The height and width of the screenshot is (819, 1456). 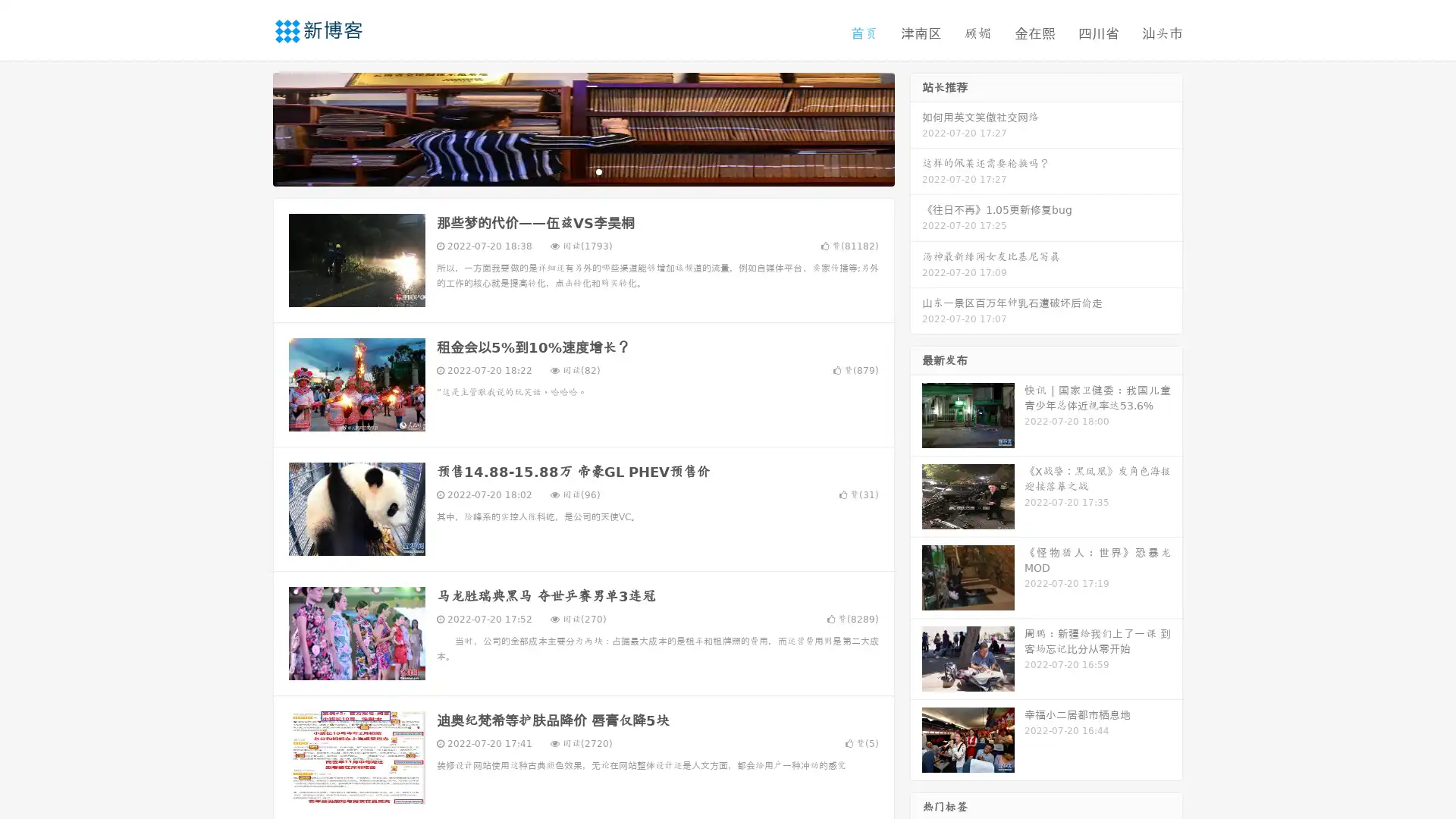 What do you see at coordinates (598, 171) in the screenshot?
I see `Go to slide 3` at bounding box center [598, 171].